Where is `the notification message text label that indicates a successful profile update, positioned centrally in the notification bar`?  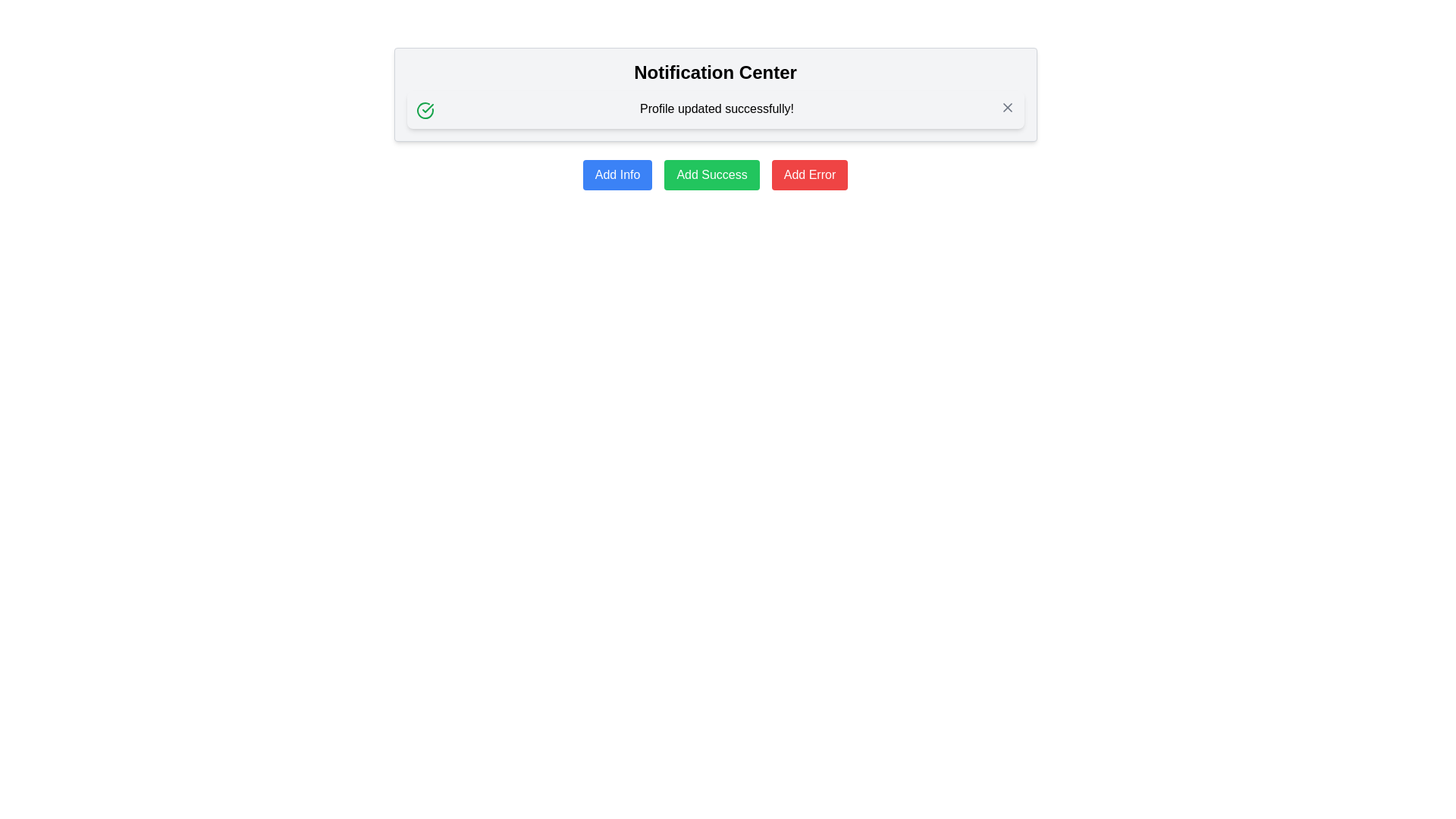
the notification message text label that indicates a successful profile update, positioned centrally in the notification bar is located at coordinates (716, 108).